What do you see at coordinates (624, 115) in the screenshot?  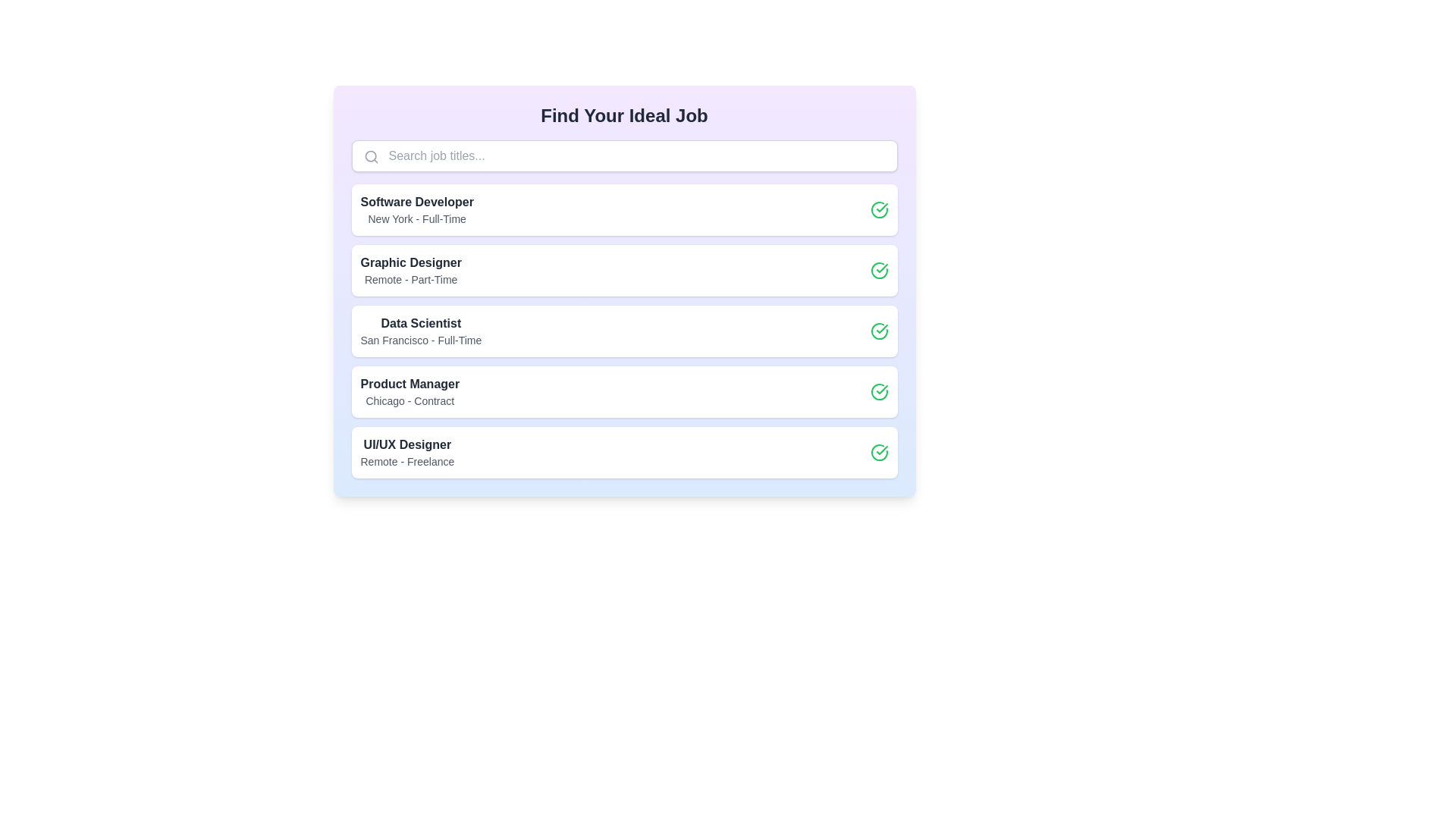 I see `text label that serves as a section header for job listings, positioned at the top center of the card layout` at bounding box center [624, 115].